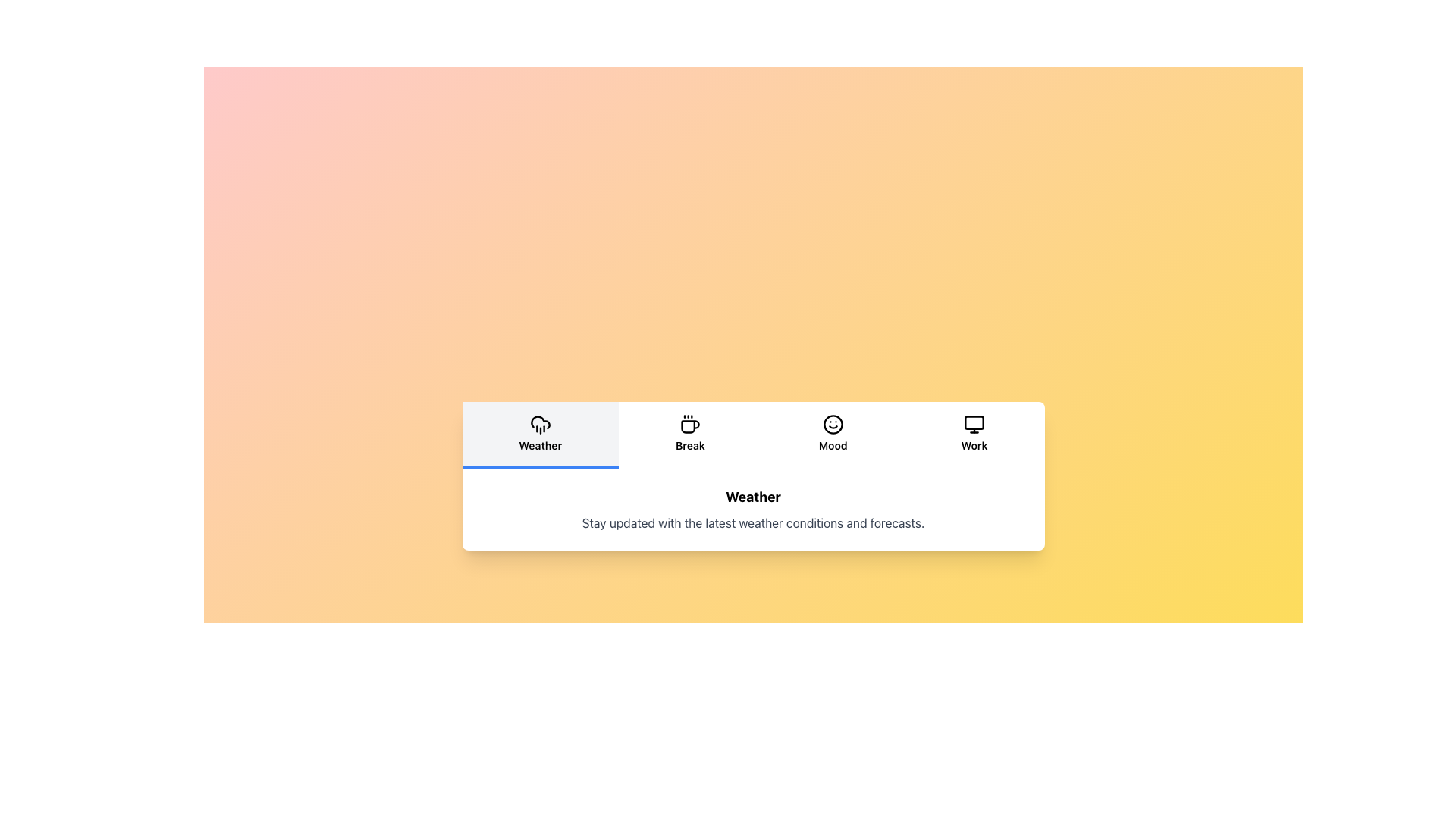  What do you see at coordinates (974, 424) in the screenshot?
I see `the monitor icon representing the 'Work' section` at bounding box center [974, 424].